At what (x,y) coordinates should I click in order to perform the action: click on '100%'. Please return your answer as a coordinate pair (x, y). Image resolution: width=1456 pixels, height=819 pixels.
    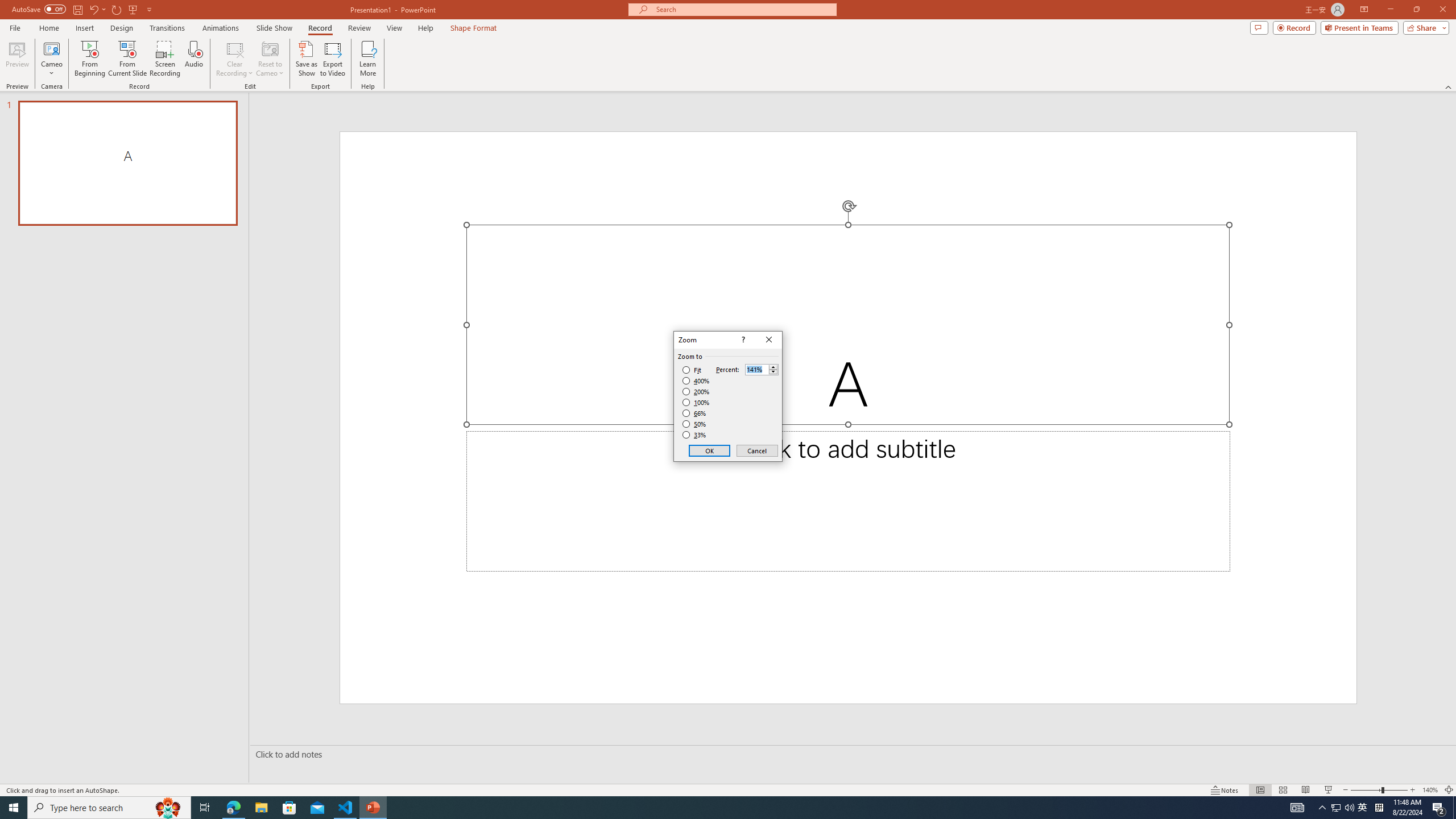
    Looking at the image, I should click on (696, 402).